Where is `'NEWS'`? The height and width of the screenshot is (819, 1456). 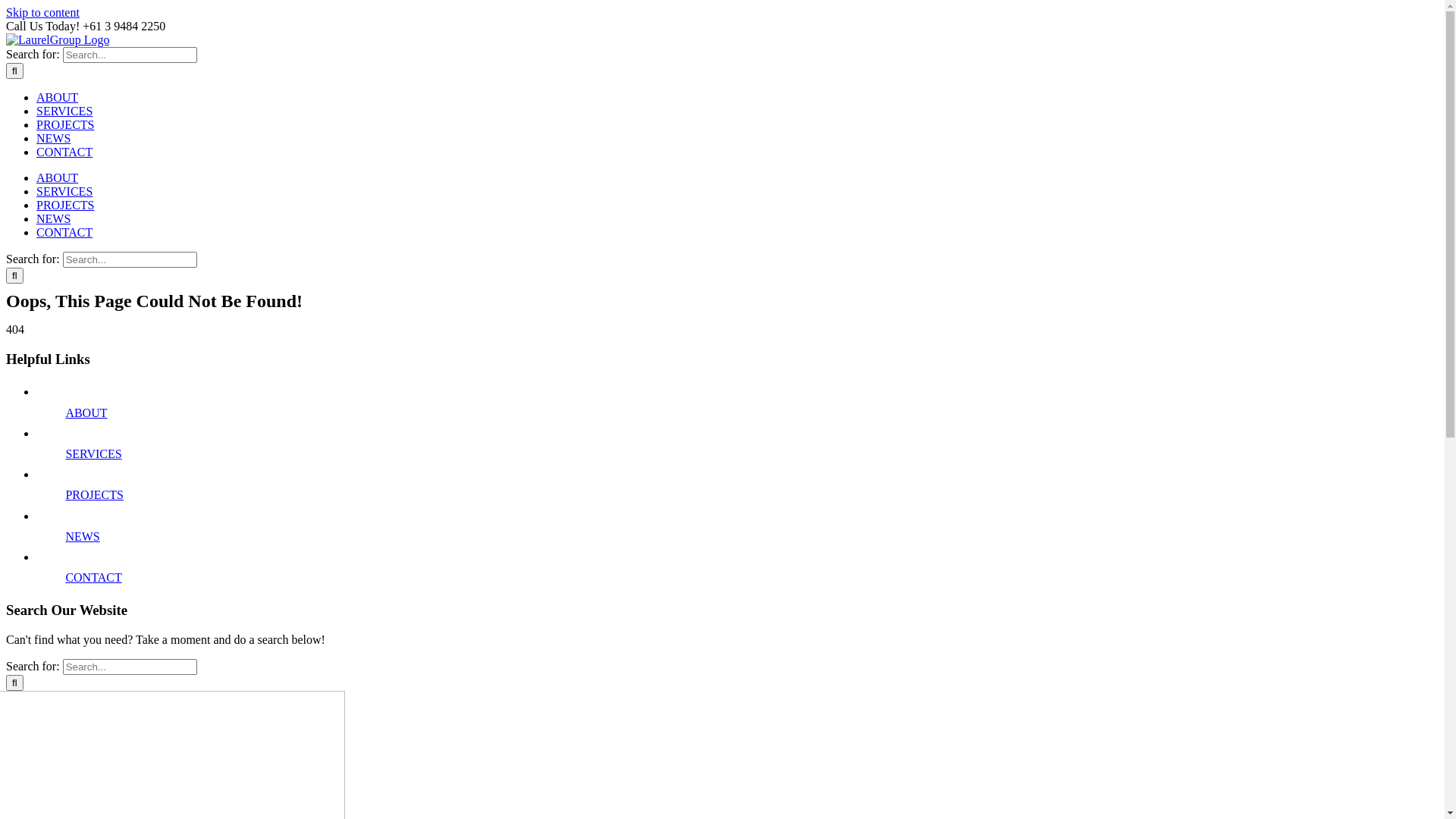 'NEWS' is located at coordinates (53, 218).